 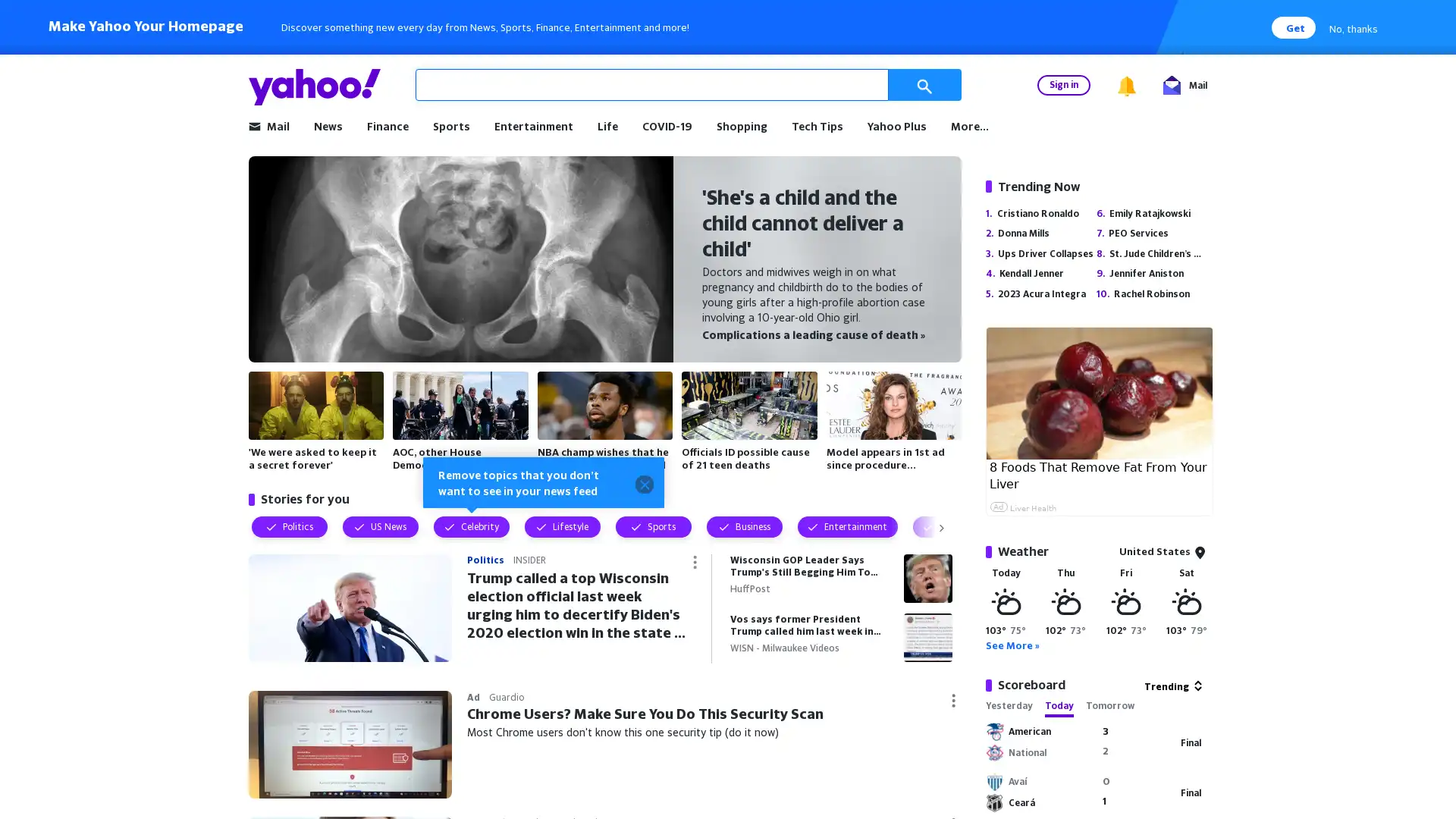 What do you see at coordinates (1009, 708) in the screenshot?
I see `Yesterday` at bounding box center [1009, 708].